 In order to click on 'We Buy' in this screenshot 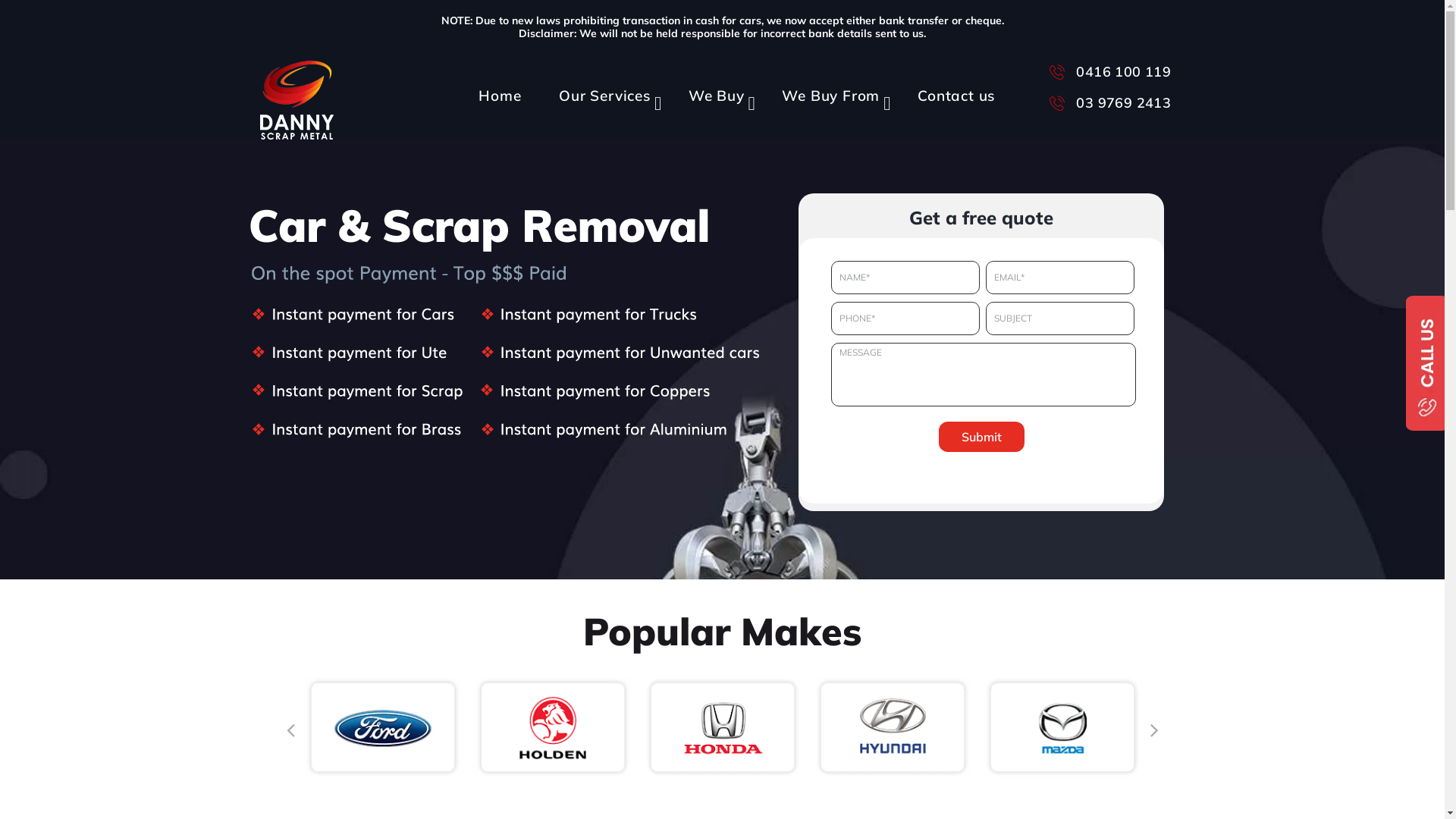, I will do `click(712, 87)`.